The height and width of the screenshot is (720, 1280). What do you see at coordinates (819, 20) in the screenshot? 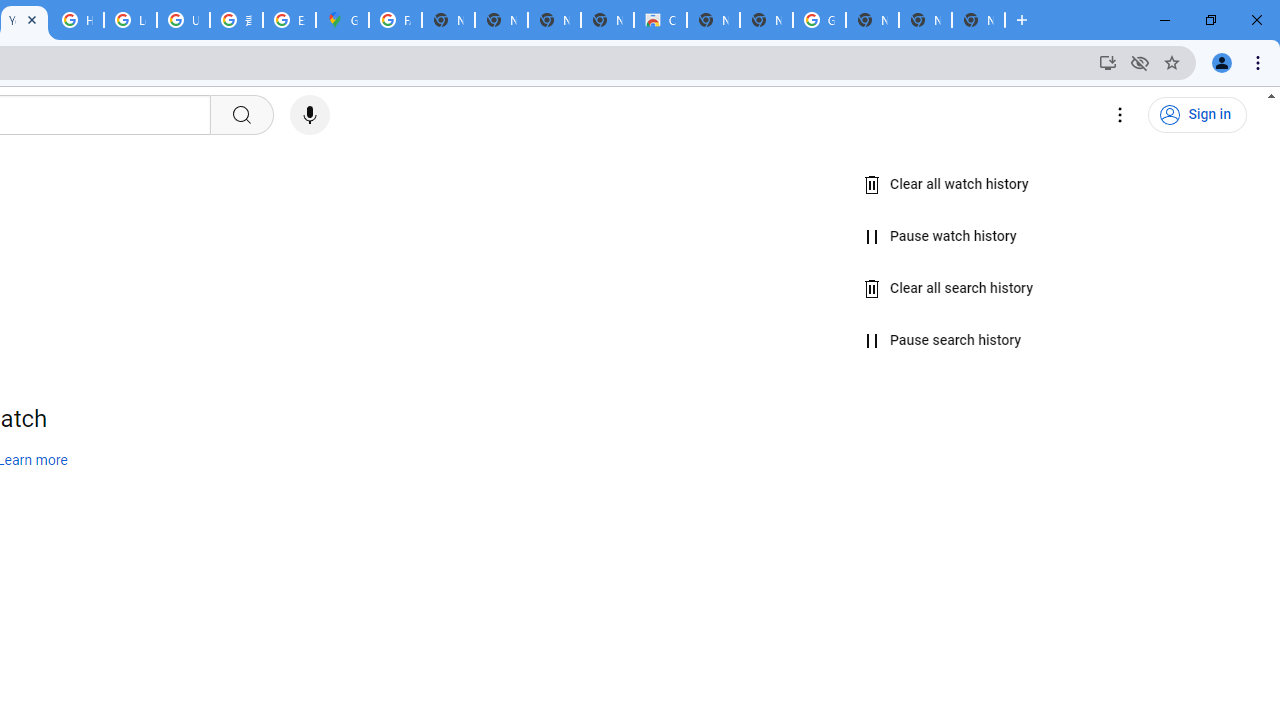
I see `'Google Images'` at bounding box center [819, 20].